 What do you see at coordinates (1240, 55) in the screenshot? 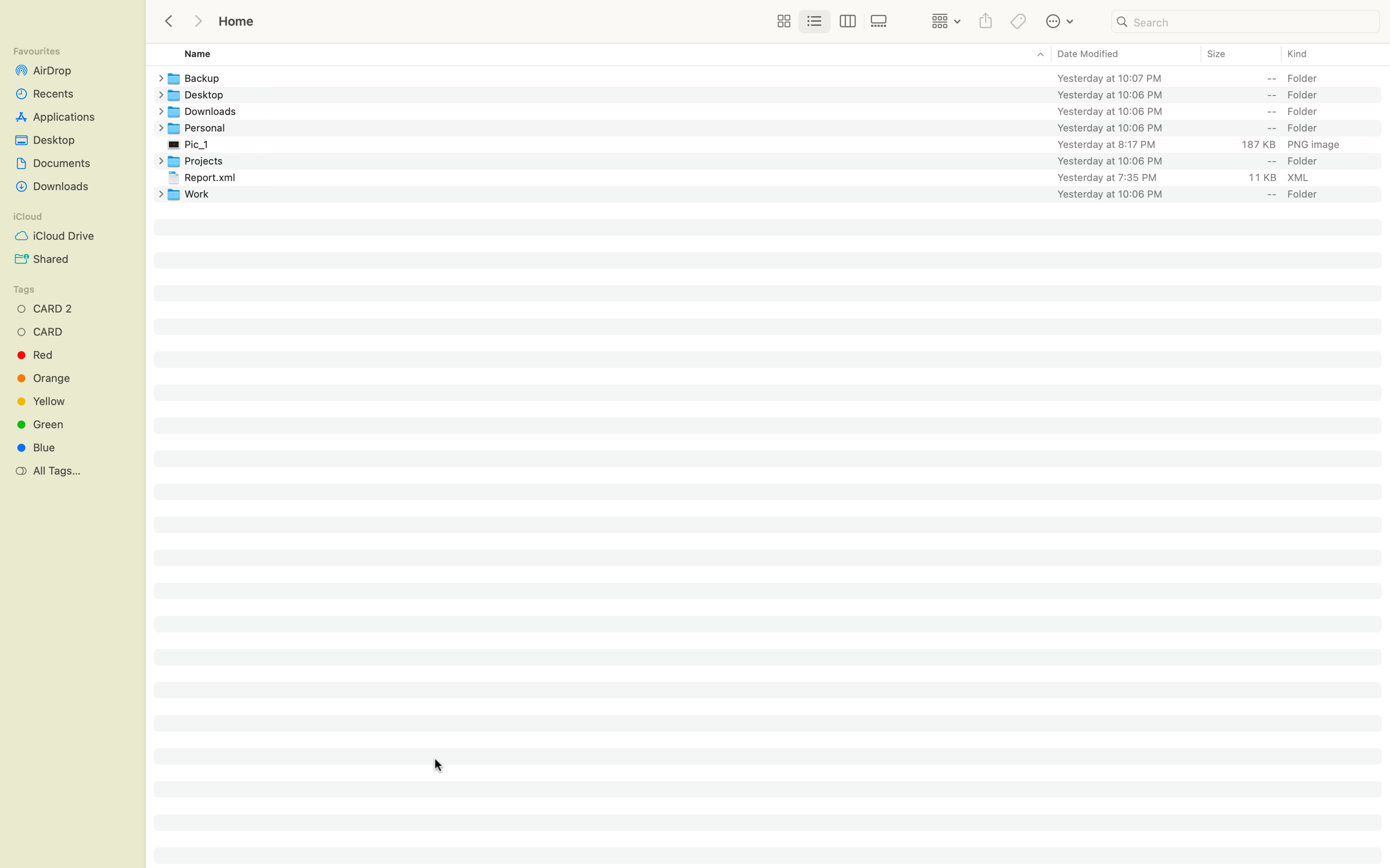
I see `Rearrange the files by their size starting from the smallest one` at bounding box center [1240, 55].